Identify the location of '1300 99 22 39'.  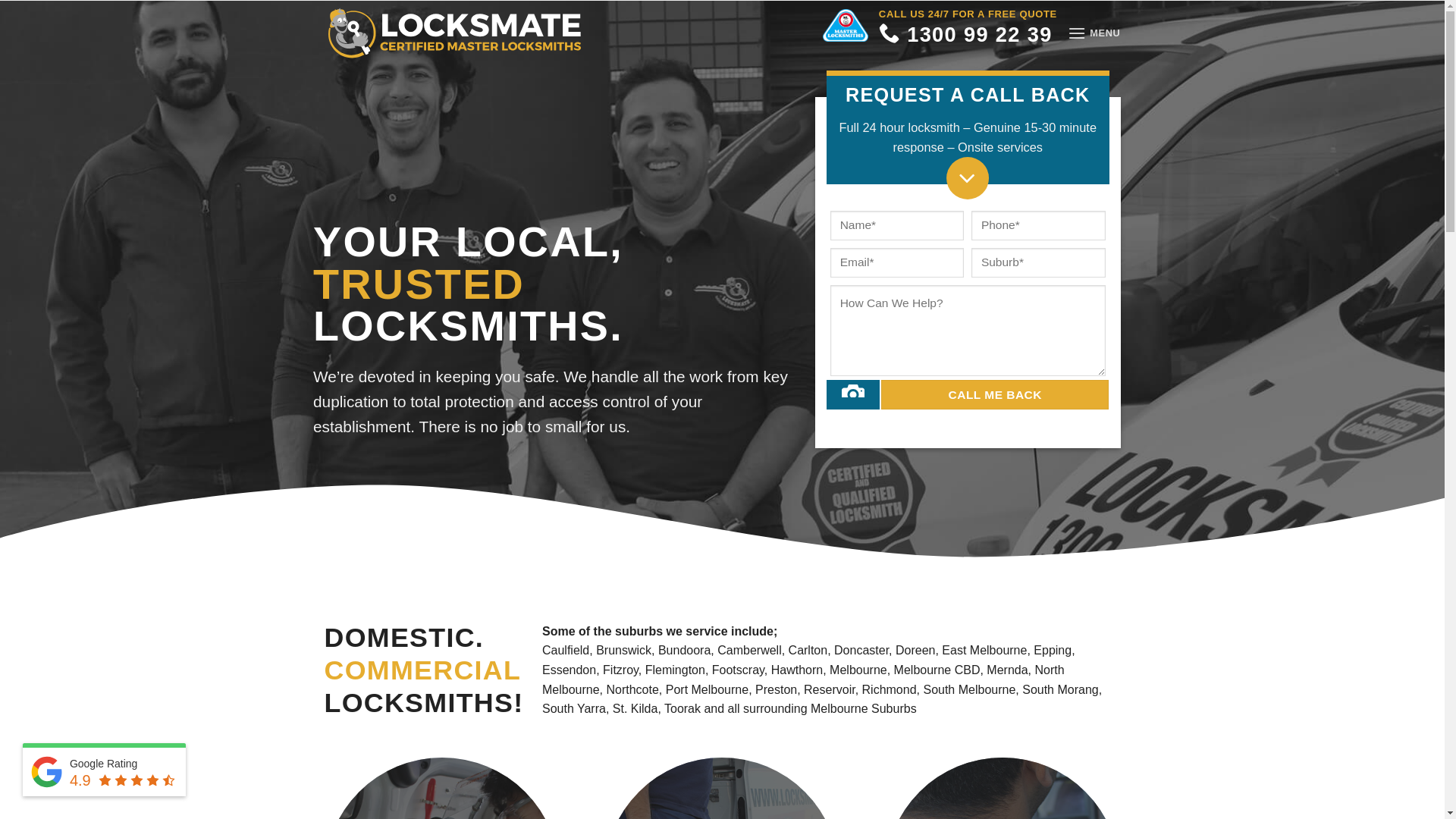
(965, 38).